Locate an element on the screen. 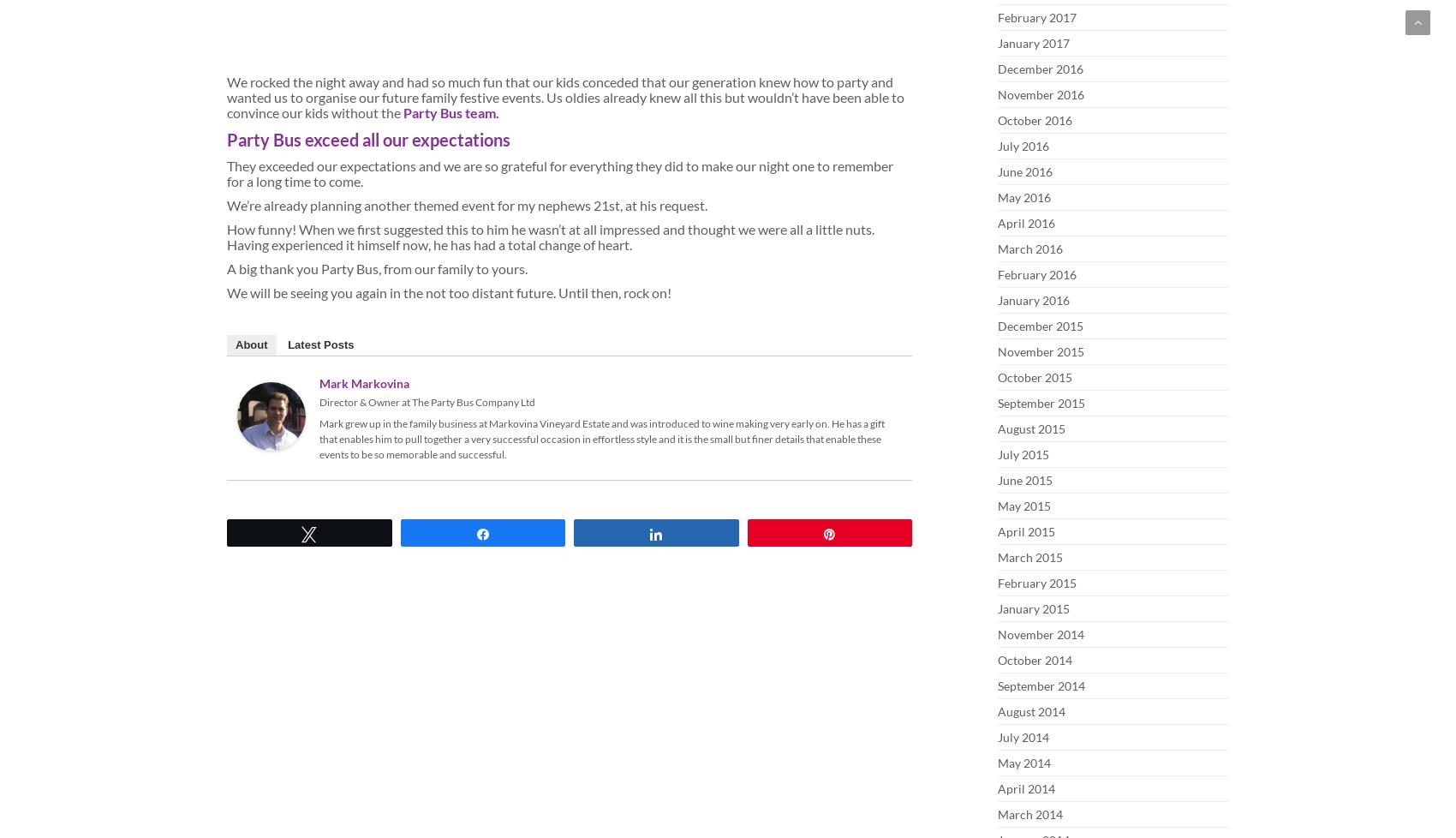 Image resolution: width=1456 pixels, height=838 pixels. 'August 2014' is located at coordinates (1030, 710).